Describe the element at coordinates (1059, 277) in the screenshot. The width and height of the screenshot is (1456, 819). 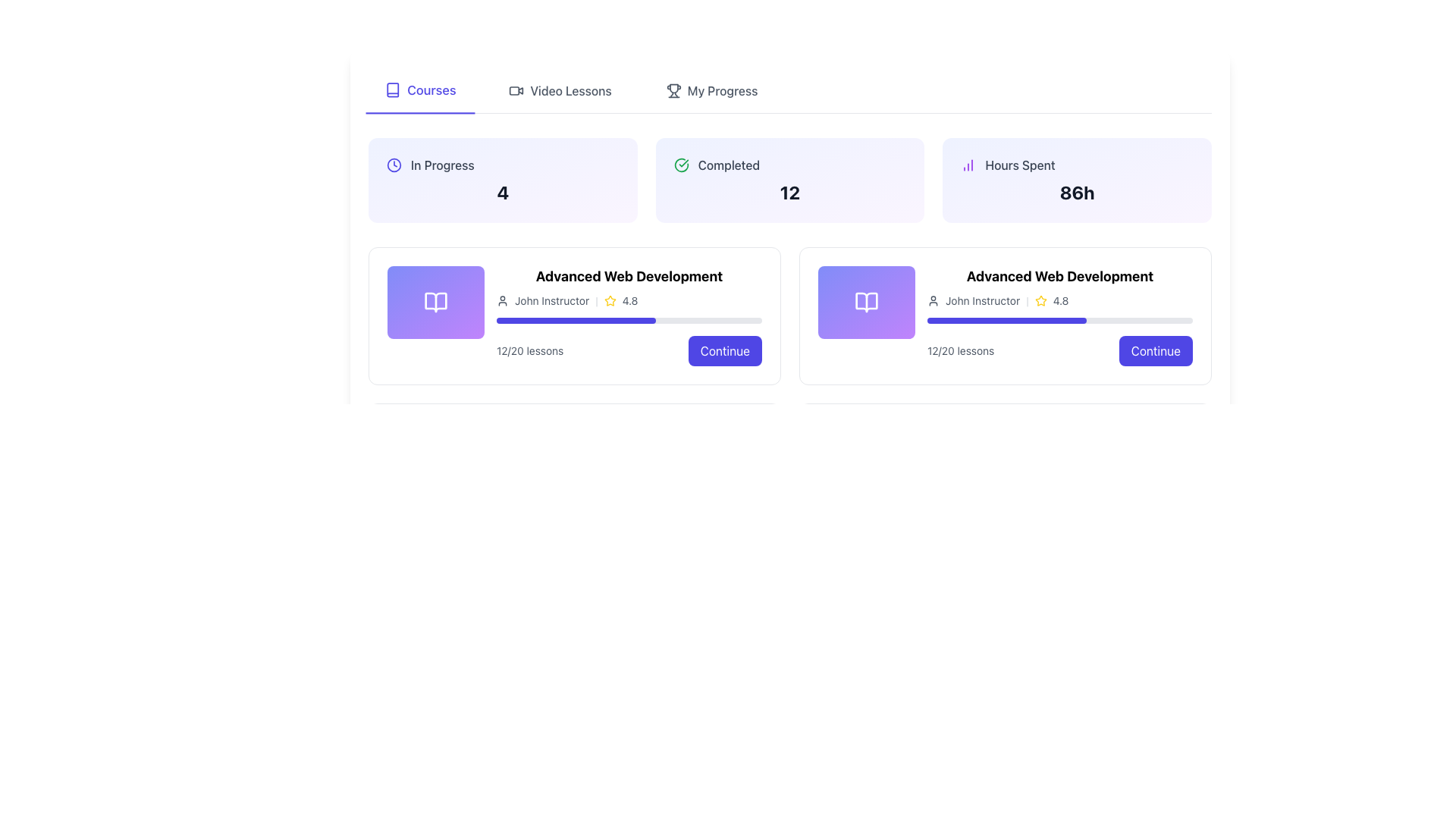
I see `the title Text label located at the top of the card, which serves to give users a quick understanding of the content or feature represented by the card` at that location.